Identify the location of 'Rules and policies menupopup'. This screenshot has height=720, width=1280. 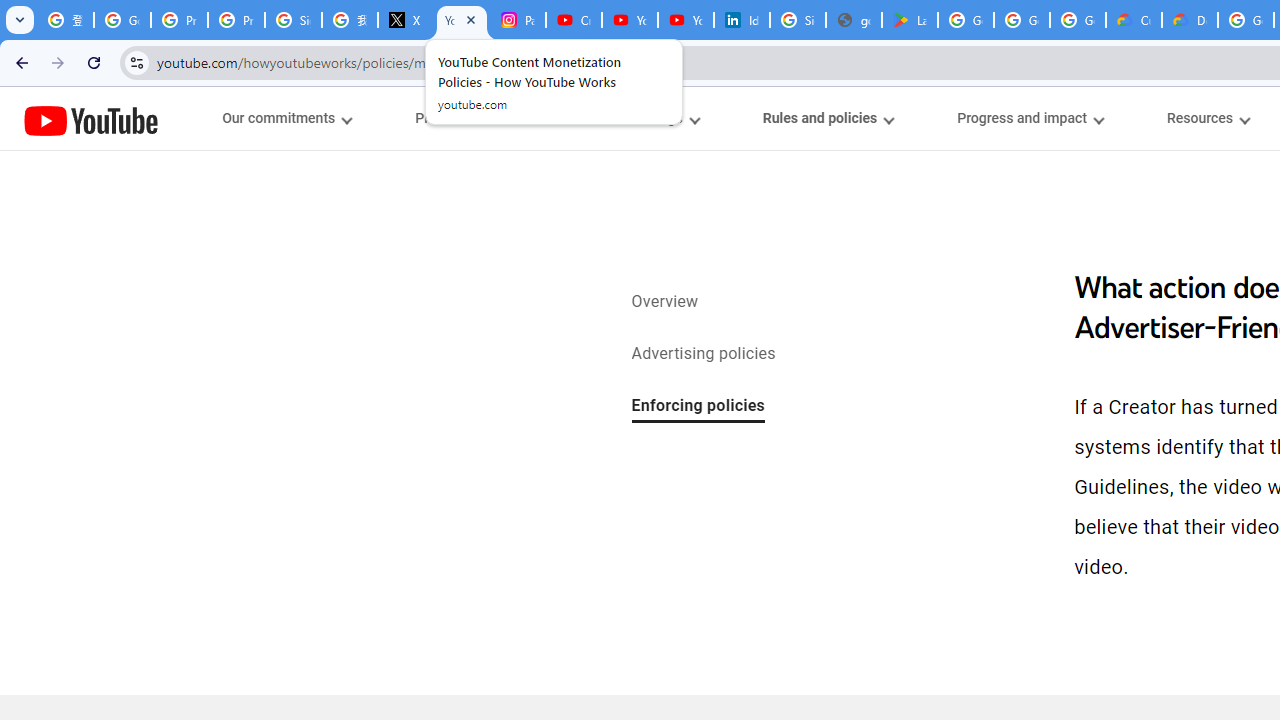
(827, 118).